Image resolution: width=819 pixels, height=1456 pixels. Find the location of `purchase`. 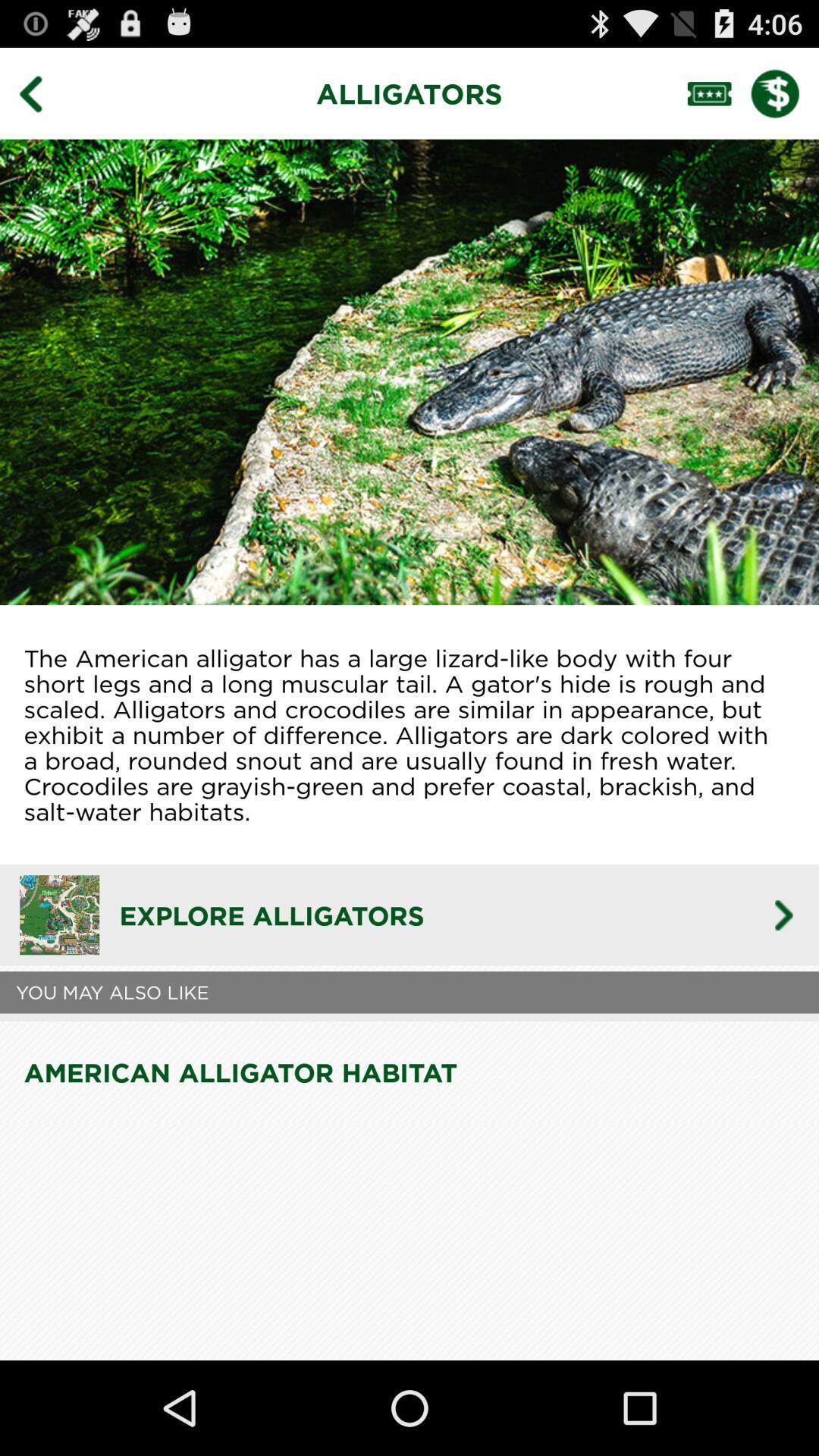

purchase is located at coordinates (785, 93).